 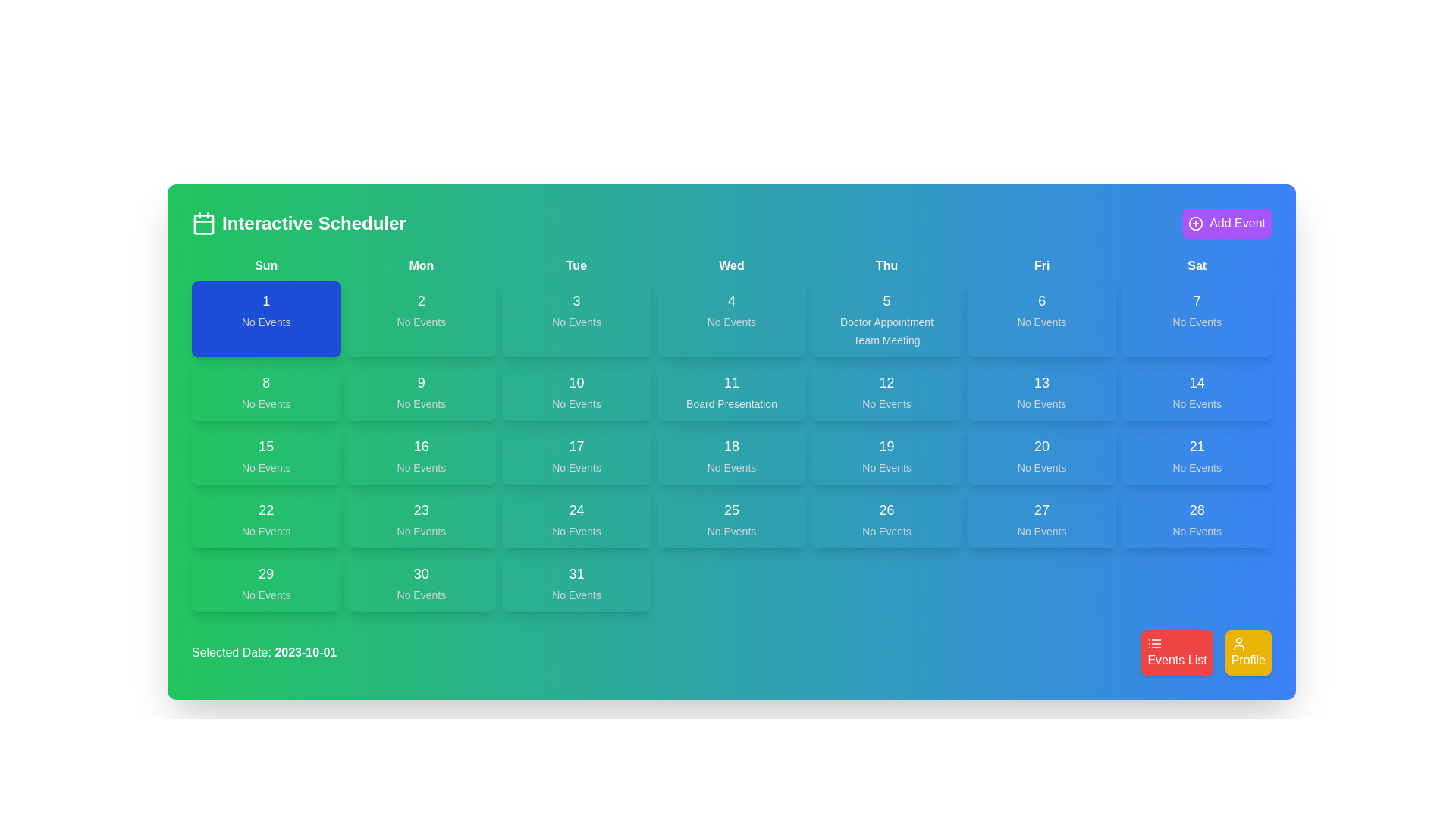 I want to click on the static text label reading 'No Events', which is styled in small gray text and located beneath the number '8' in the Sunday column of the calendar interface, so click(x=266, y=403).